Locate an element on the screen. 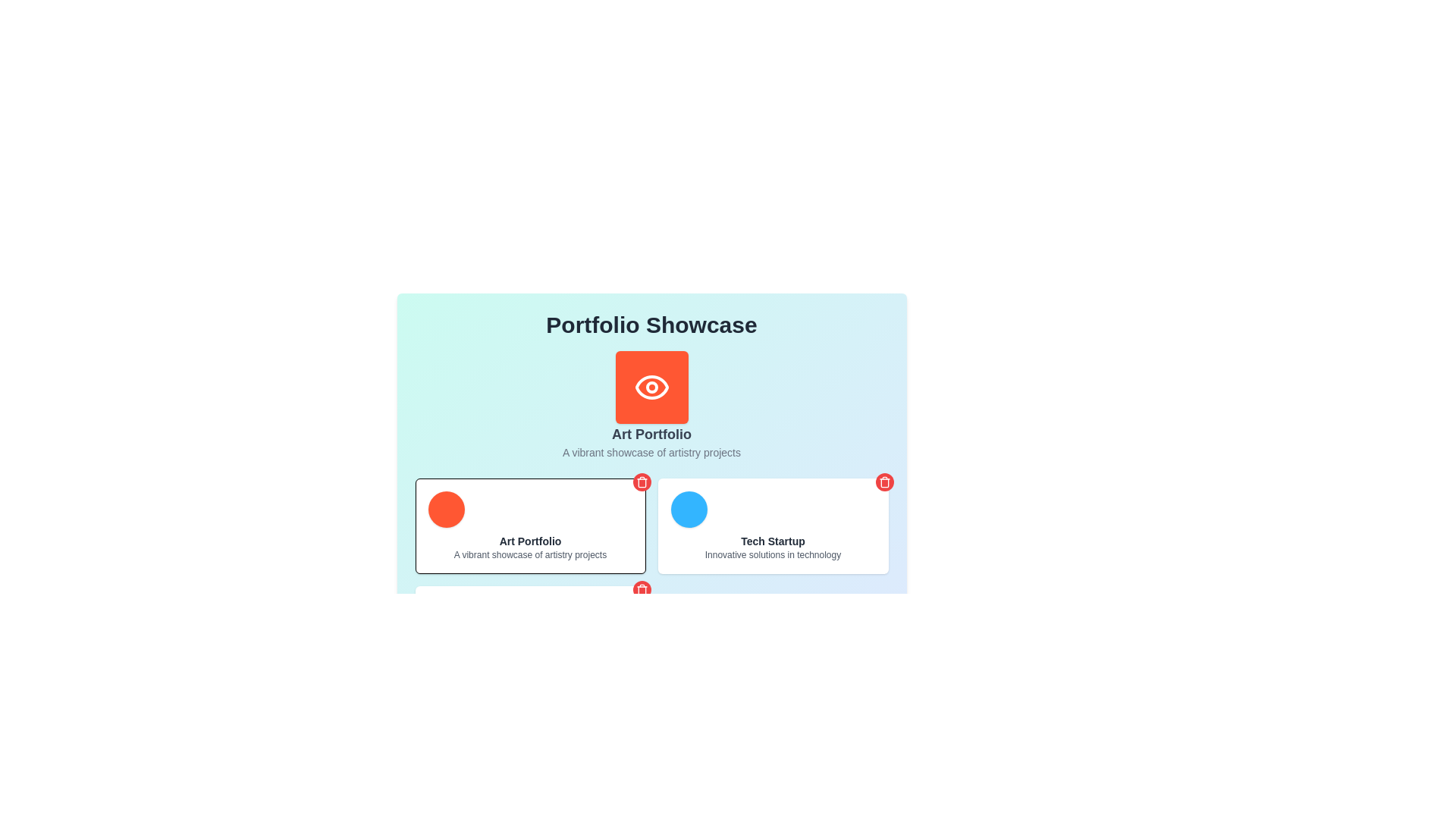  the delete icon button located at the top-right corner of the 'Art Portfolio' card is located at coordinates (642, 482).